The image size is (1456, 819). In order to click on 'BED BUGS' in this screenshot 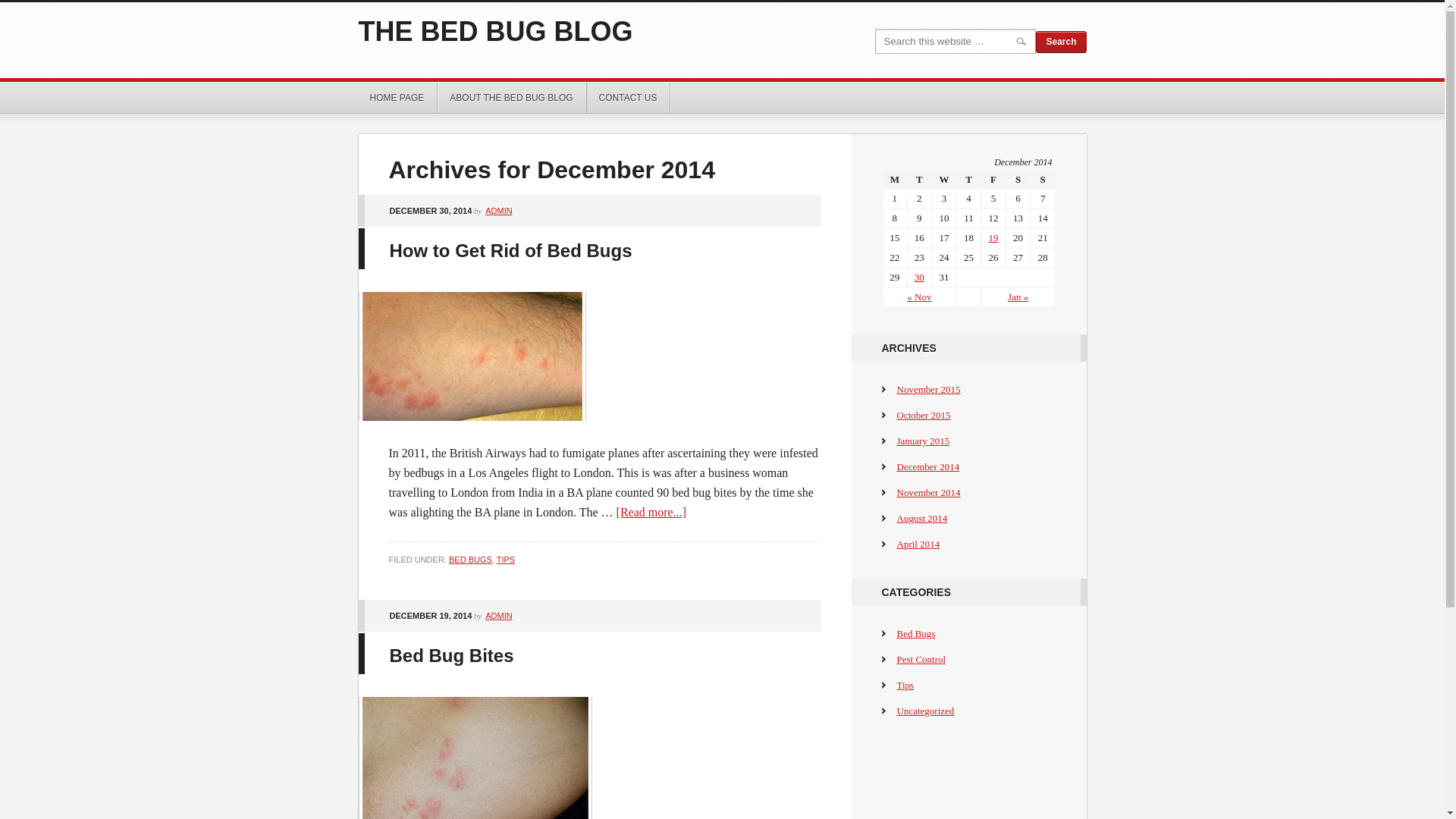, I will do `click(469, 559)`.